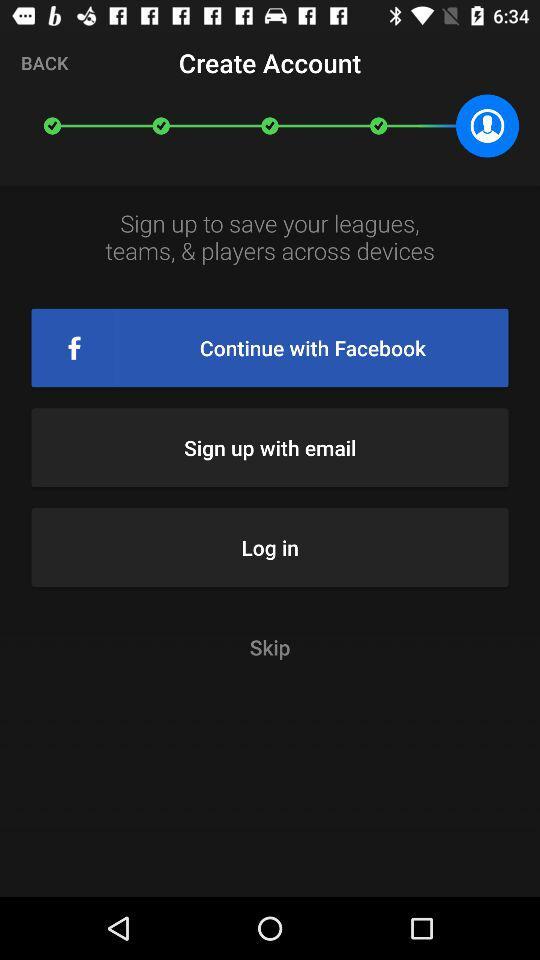  Describe the element at coordinates (44, 62) in the screenshot. I see `icon at the top left corner` at that location.